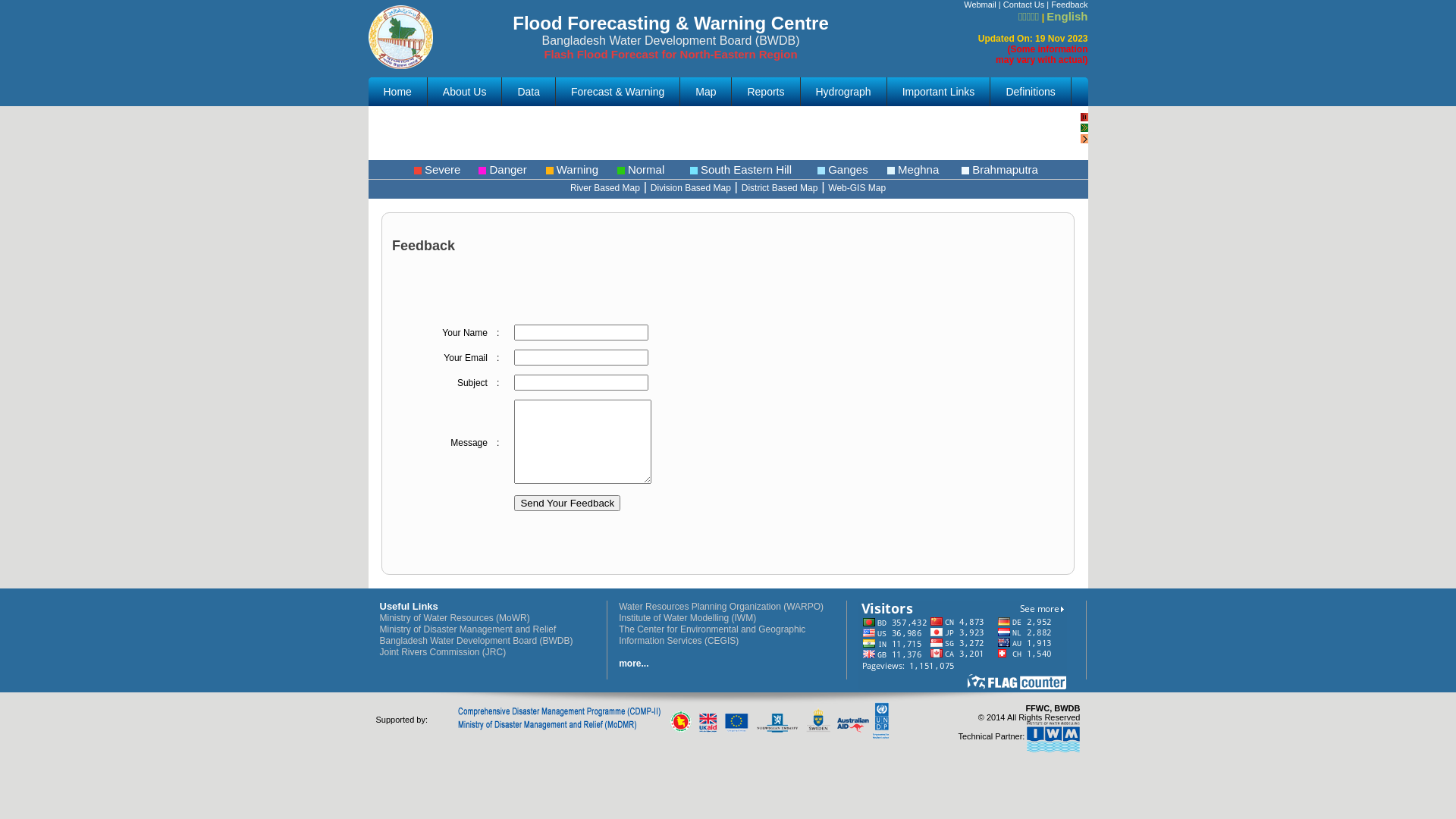  Describe the element at coordinates (528, 91) in the screenshot. I see `'Data'` at that location.